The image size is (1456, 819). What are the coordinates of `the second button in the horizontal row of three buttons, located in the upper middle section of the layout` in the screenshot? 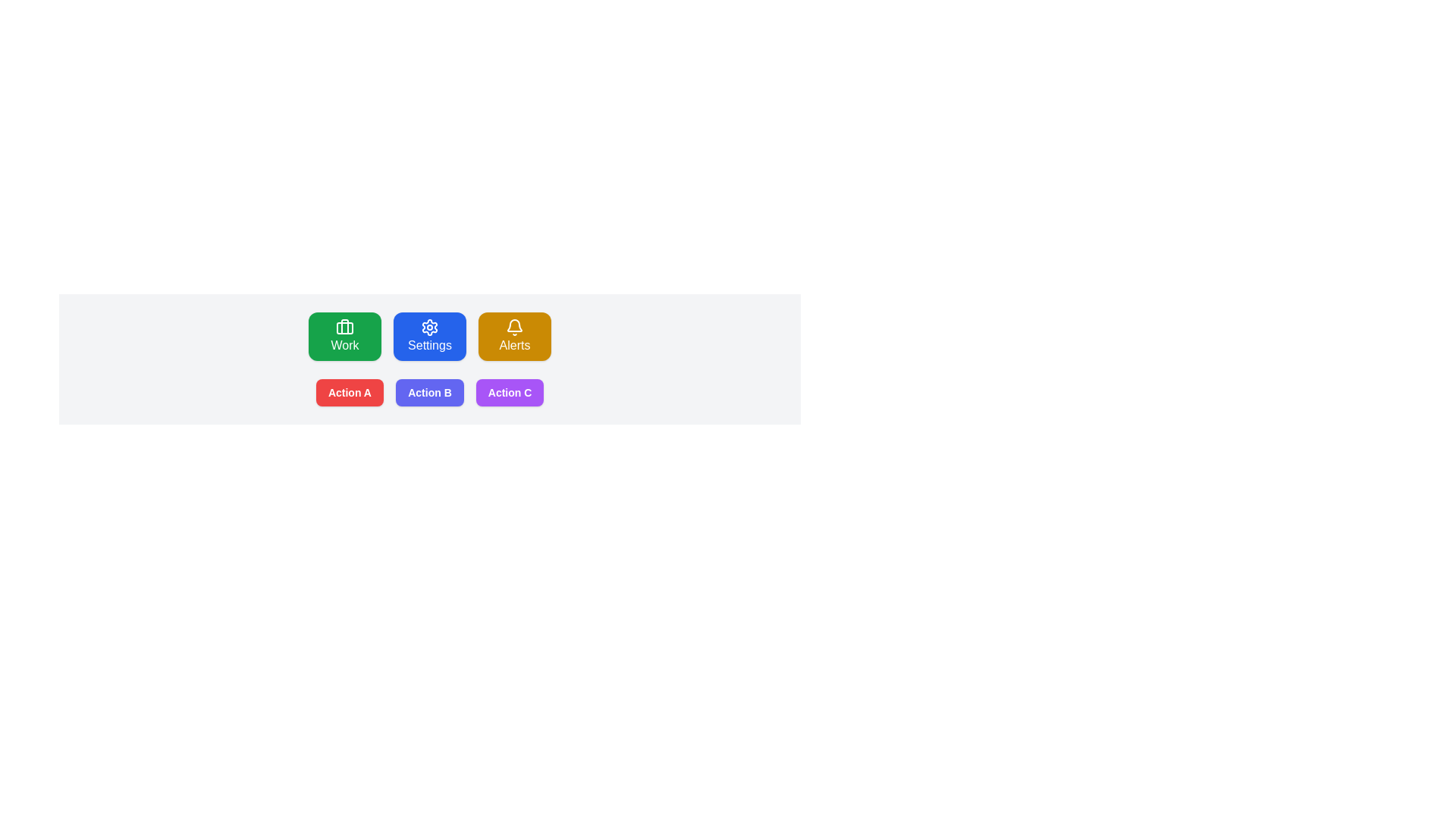 It's located at (428, 345).